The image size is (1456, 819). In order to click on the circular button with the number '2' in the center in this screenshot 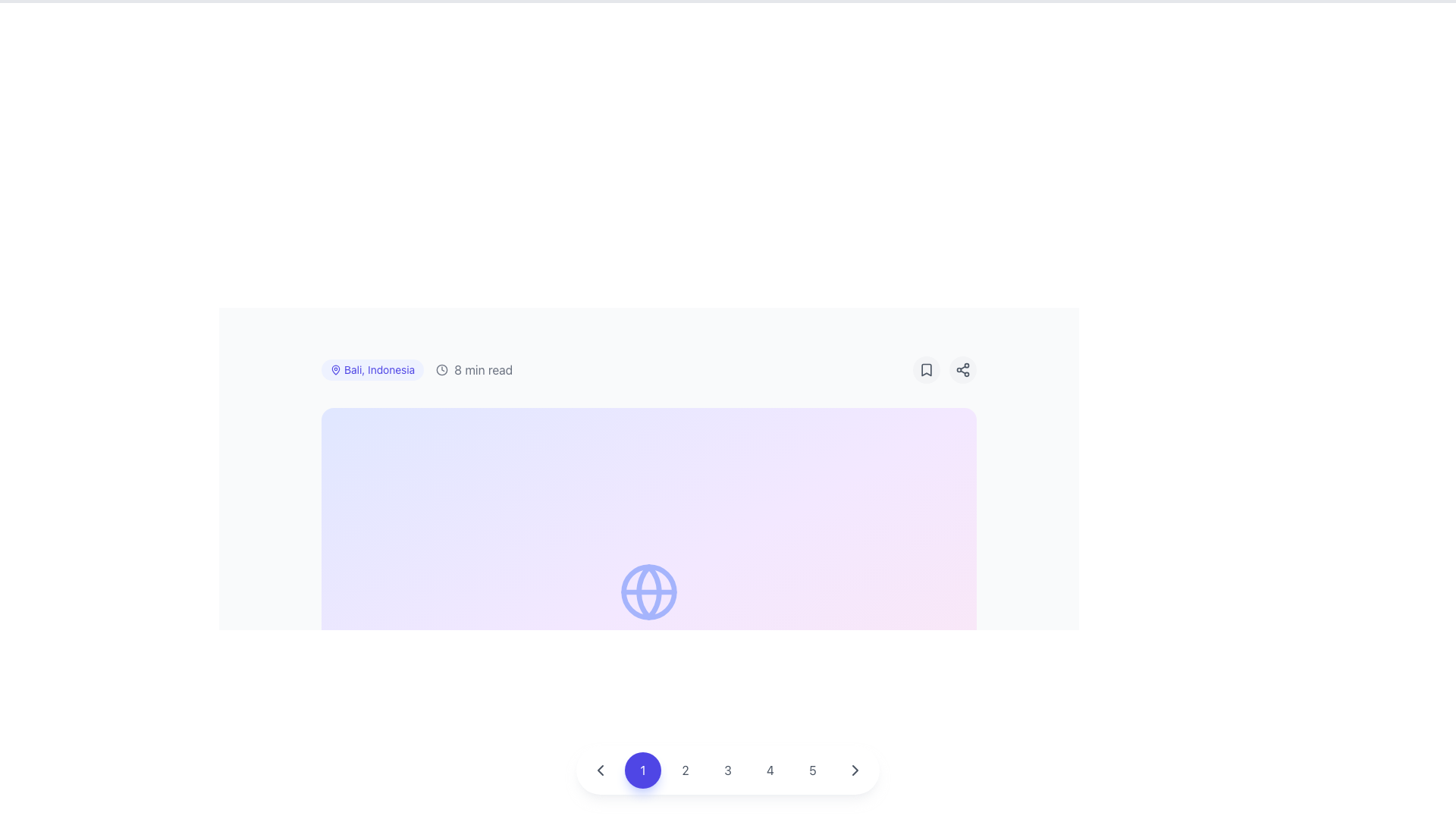, I will do `click(684, 770)`.